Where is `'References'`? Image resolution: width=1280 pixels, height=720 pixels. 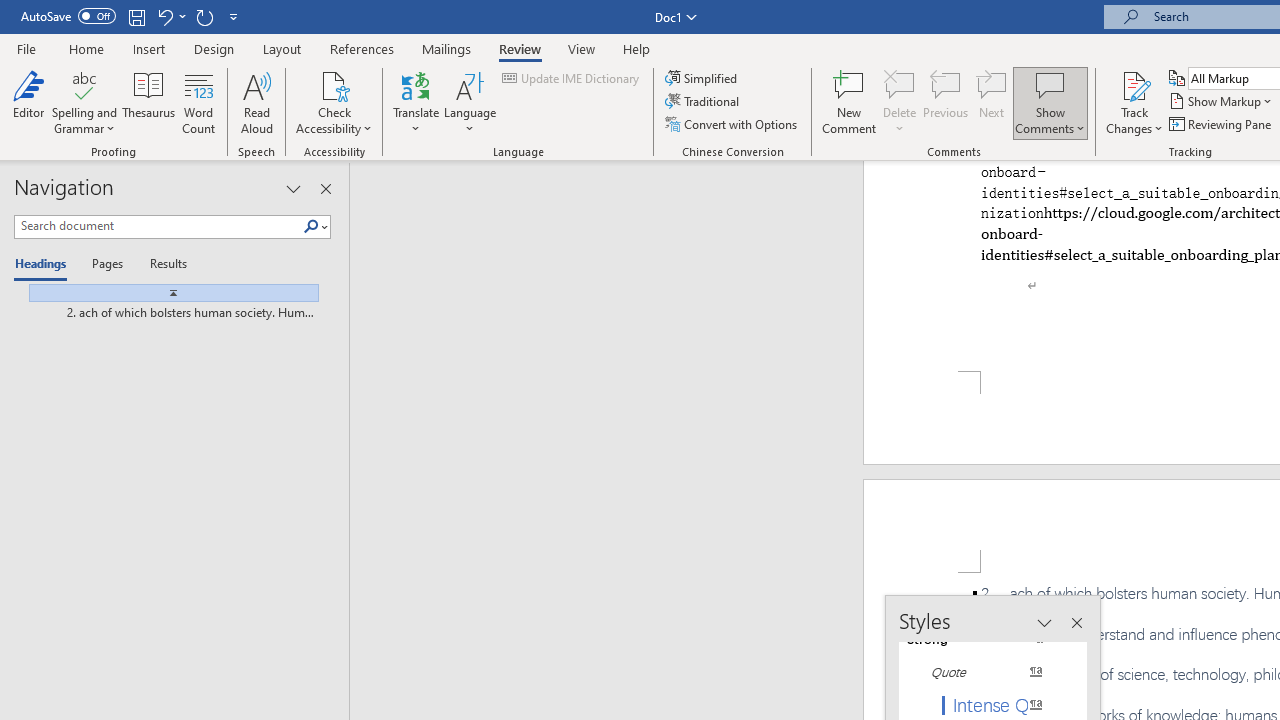
'References' is located at coordinates (362, 48).